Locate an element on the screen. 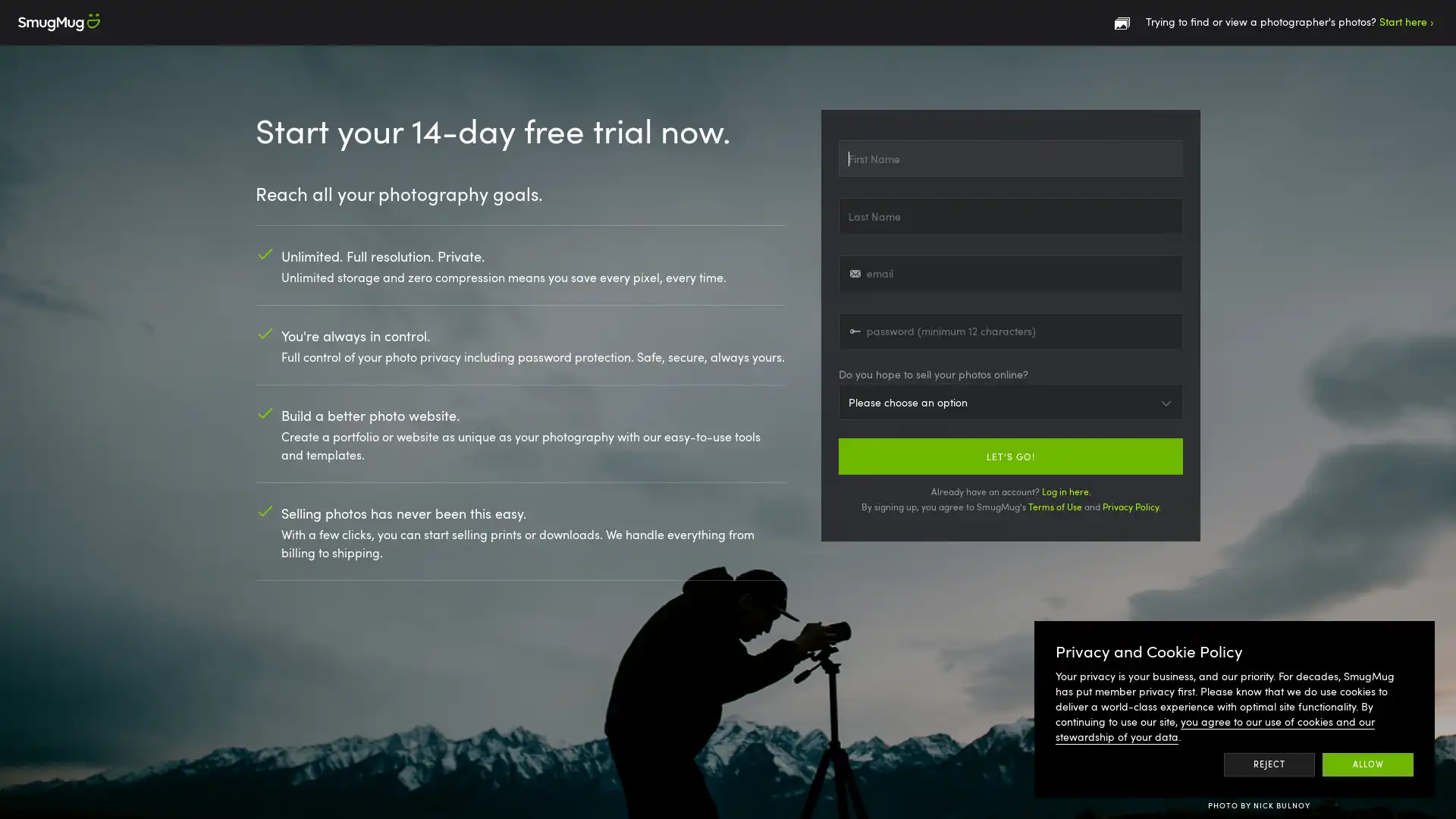 The height and width of the screenshot is (819, 1456). ALLOW is located at coordinates (1368, 764).